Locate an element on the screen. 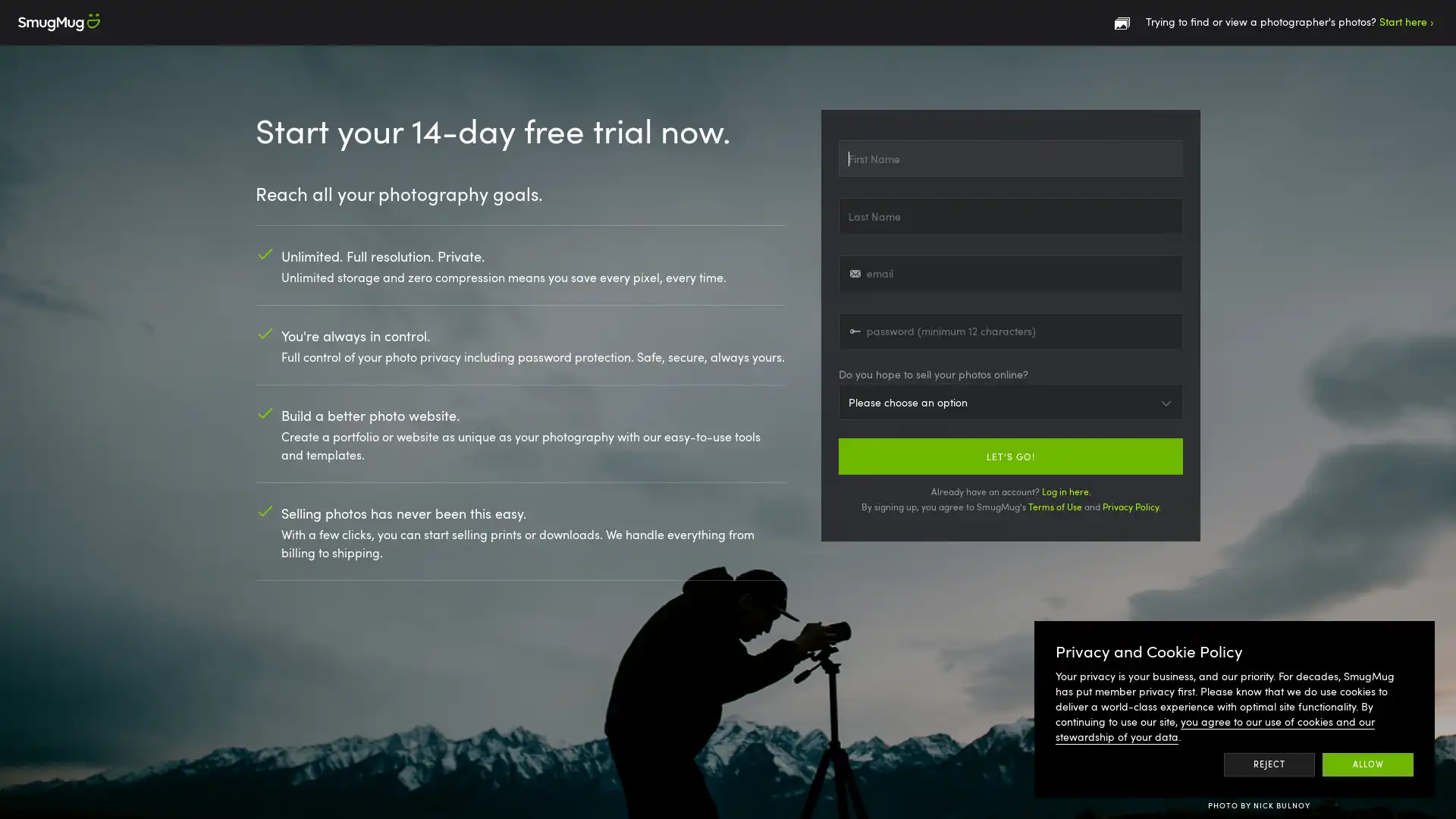 The height and width of the screenshot is (819, 1456). ALLOW is located at coordinates (1368, 764).